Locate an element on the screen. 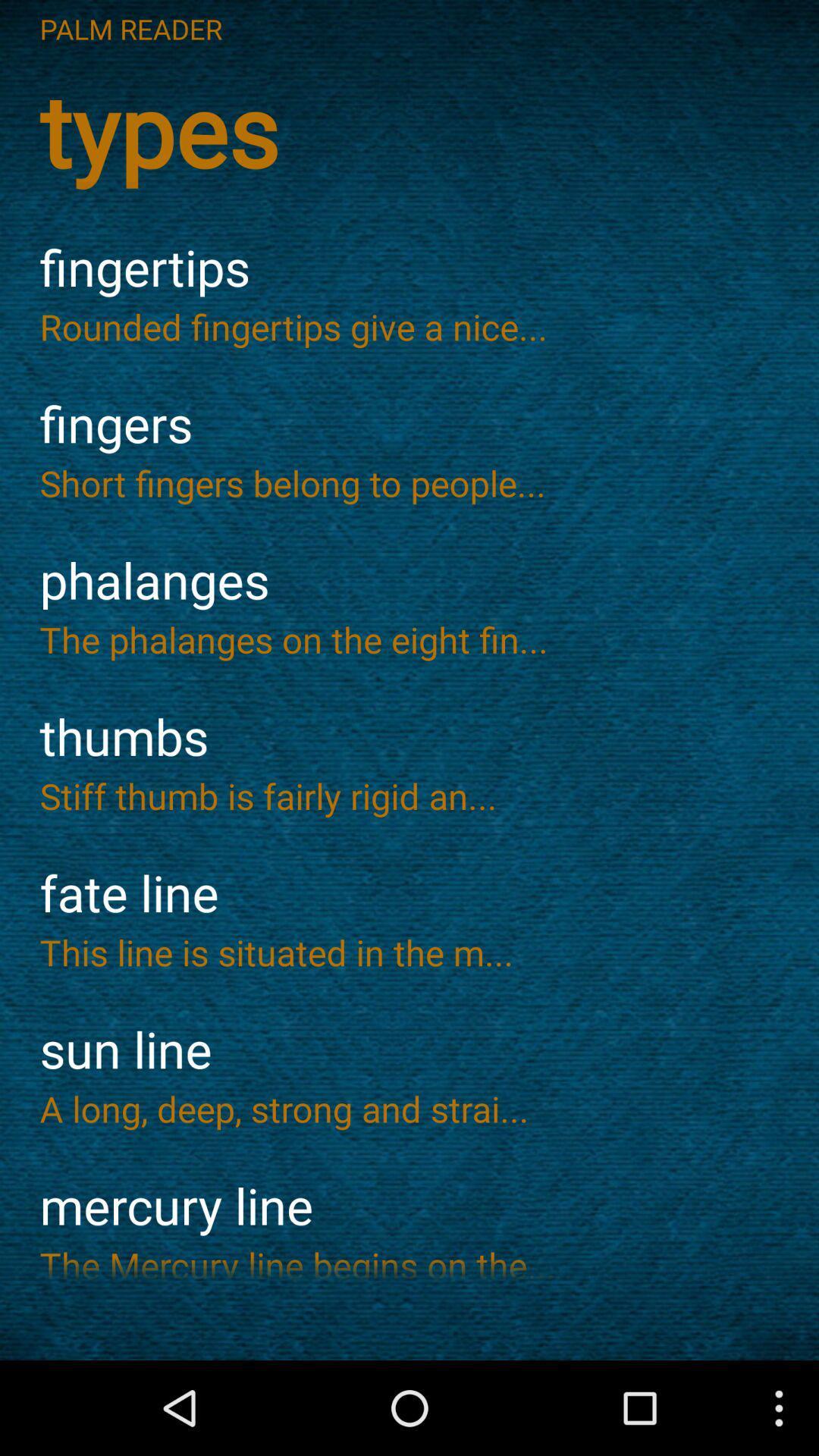 This screenshot has height=1456, width=819. the fate line app is located at coordinates (409, 893).